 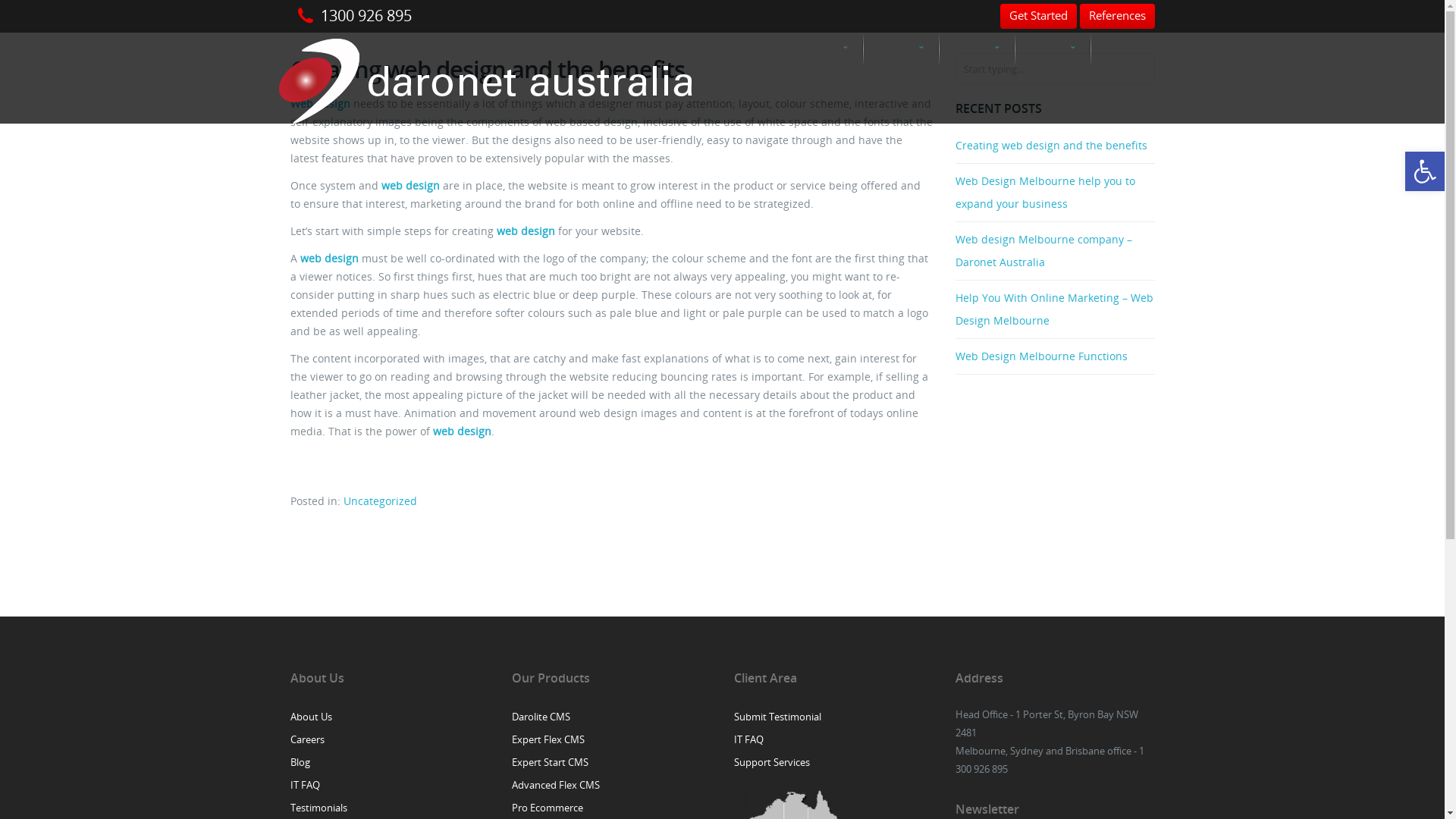 I want to click on 'Contact', so click(x=1128, y=49).